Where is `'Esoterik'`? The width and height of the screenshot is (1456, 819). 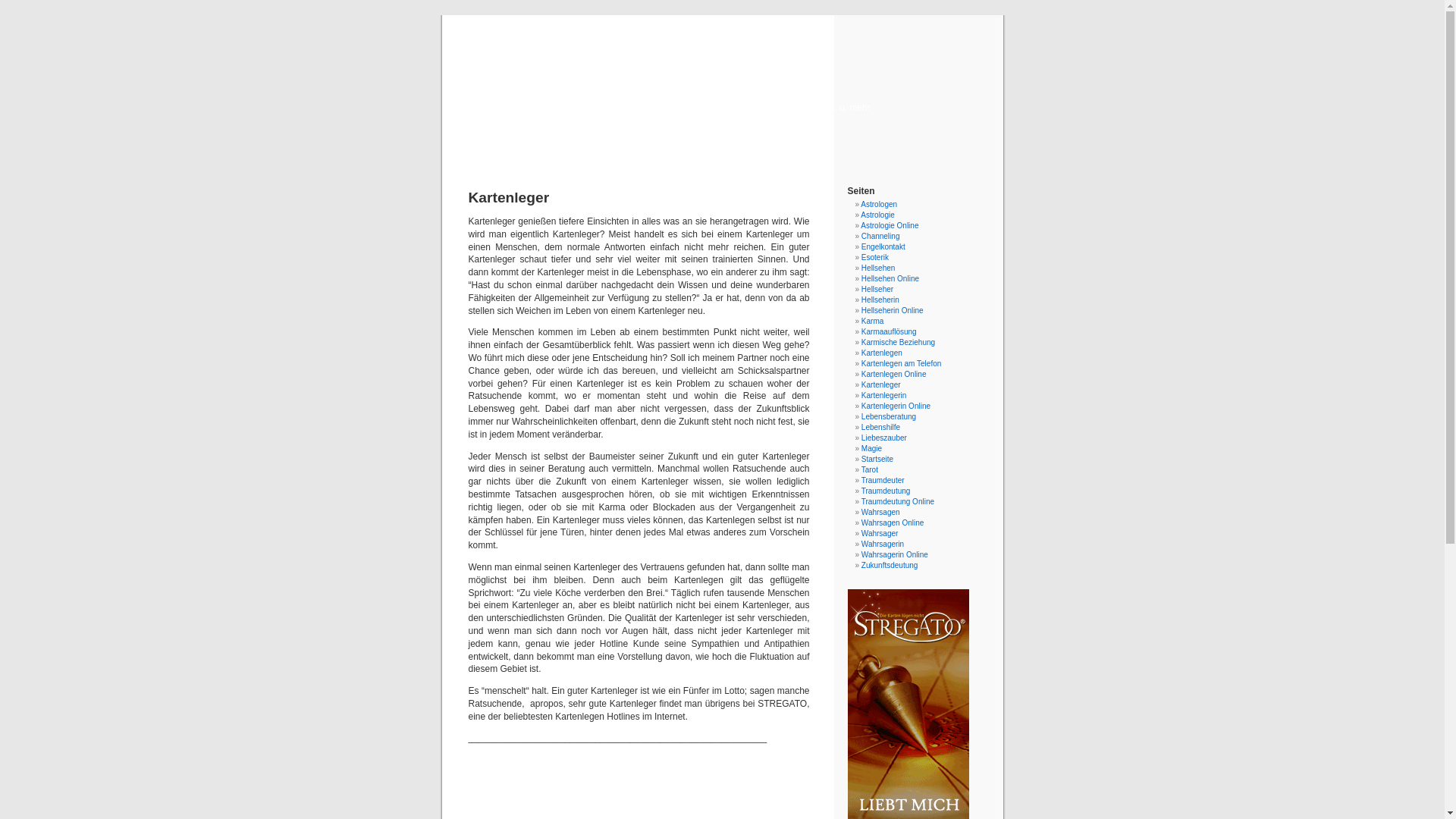 'Esoterik' is located at coordinates (874, 256).